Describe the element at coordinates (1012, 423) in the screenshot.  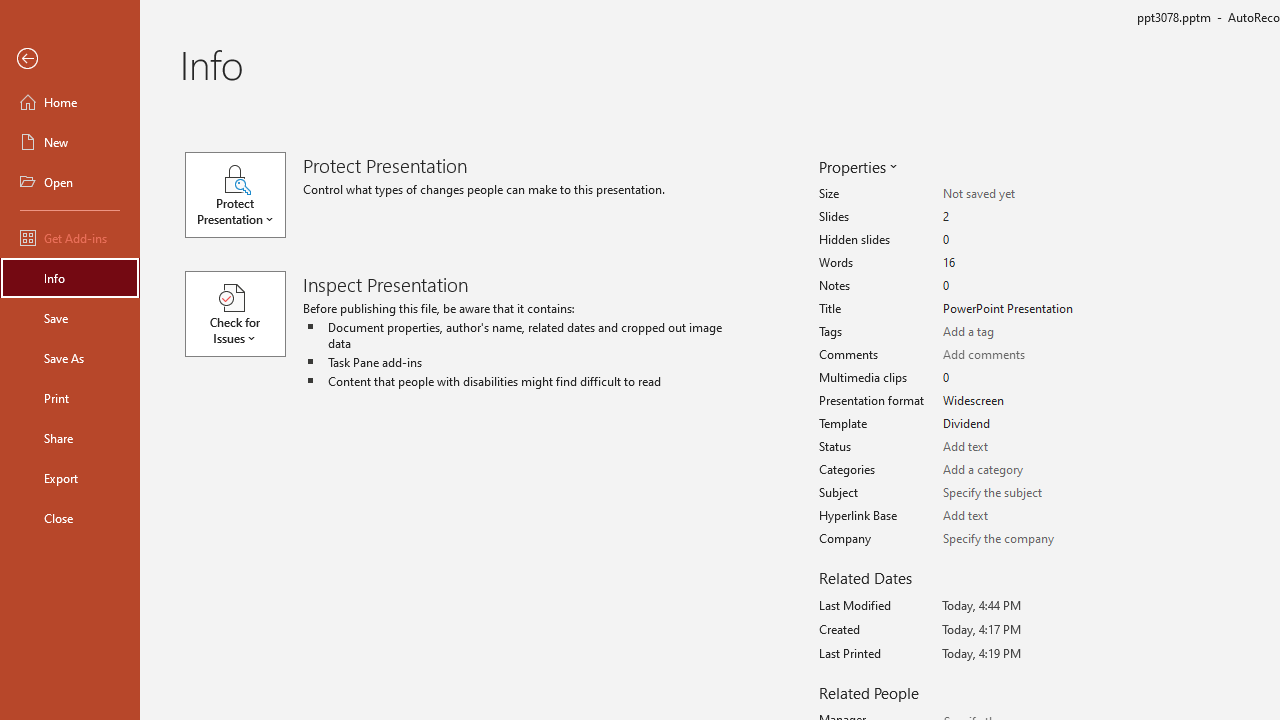
I see `'Template'` at that location.